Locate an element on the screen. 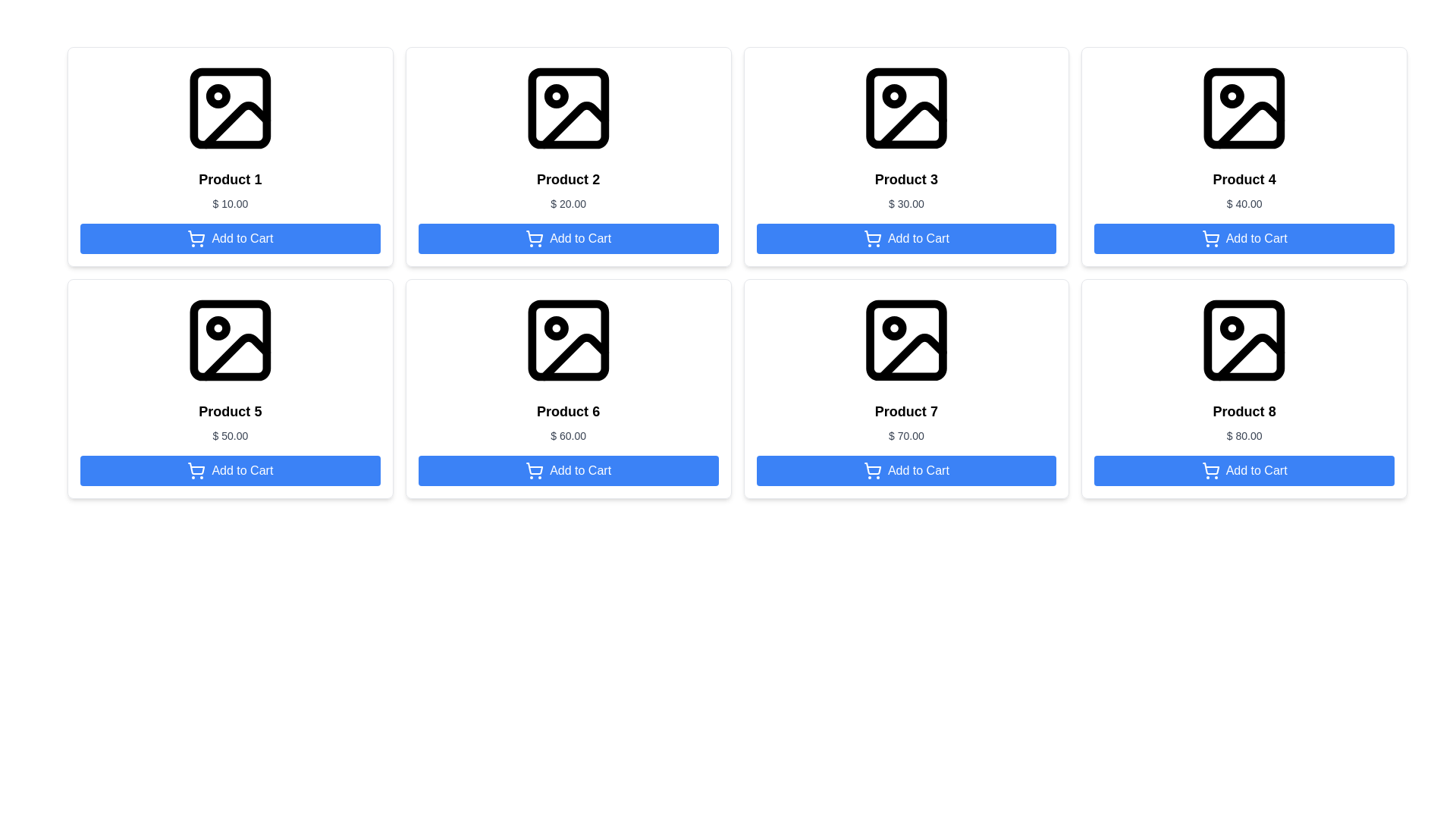  price text label displaying '$30.00' located within the third product card from the left, below the title 'Product 3' is located at coordinates (906, 203).